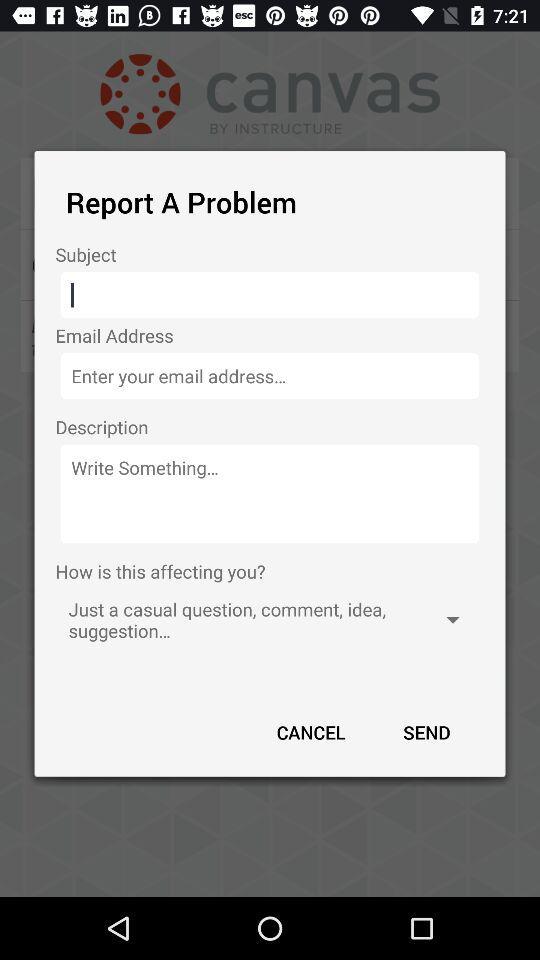 This screenshot has width=540, height=960. What do you see at coordinates (270, 493) in the screenshot?
I see `write option` at bounding box center [270, 493].